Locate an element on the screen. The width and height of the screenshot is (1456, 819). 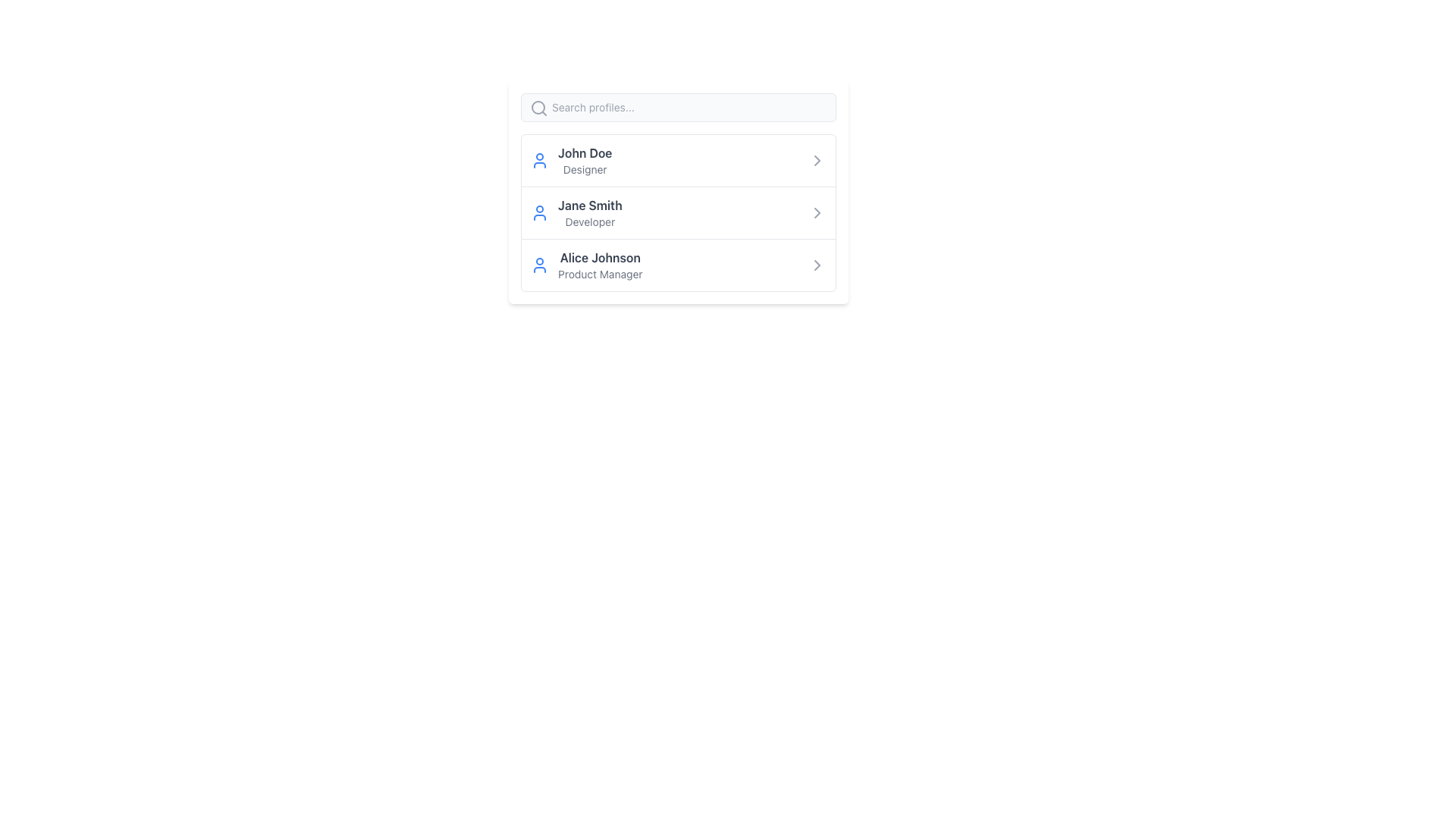
the profile icon for Jane Smith to trigger auxiliary actions related to the profile is located at coordinates (539, 213).